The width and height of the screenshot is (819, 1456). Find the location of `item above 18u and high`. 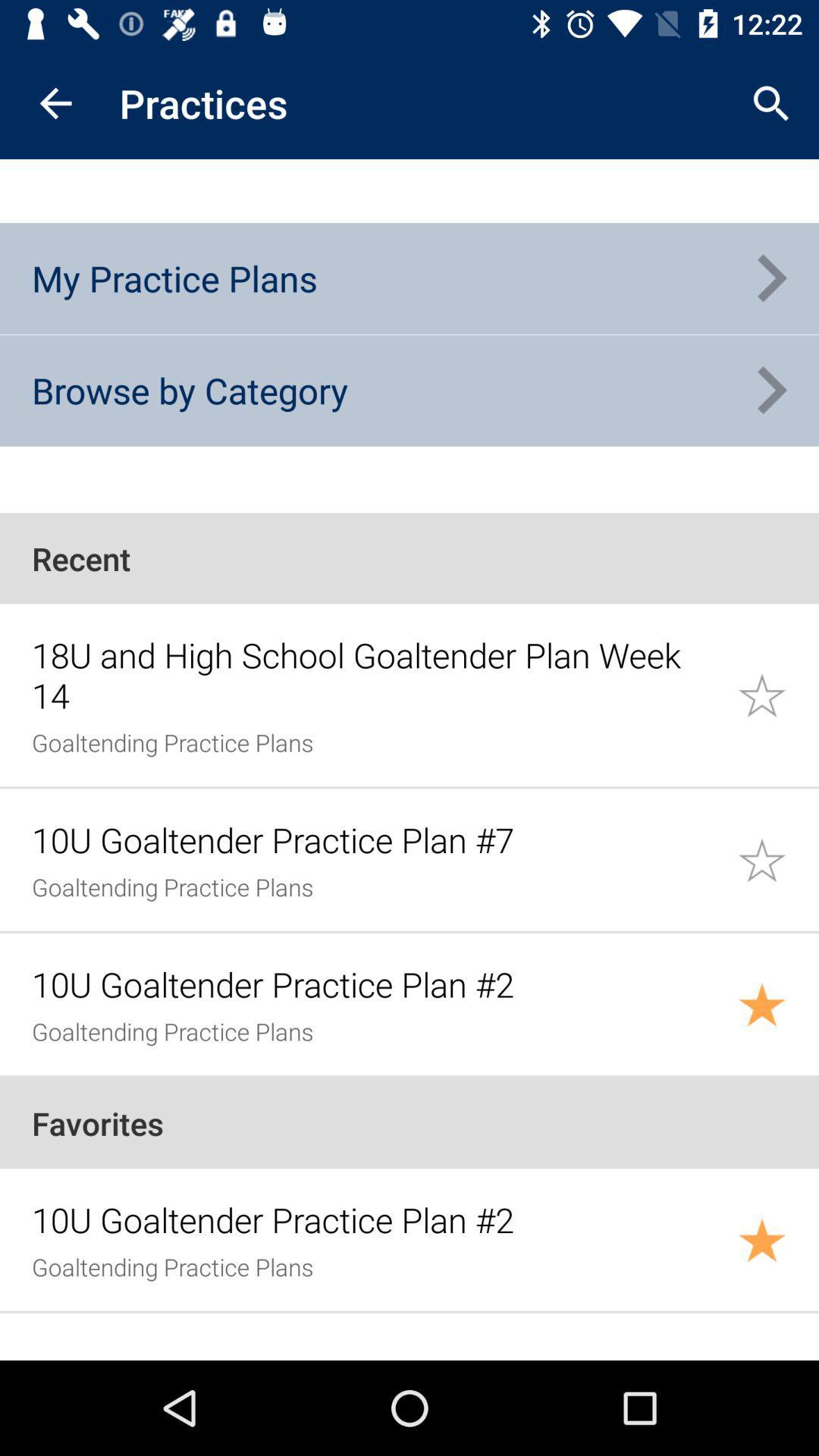

item above 18u and high is located at coordinates (409, 557).